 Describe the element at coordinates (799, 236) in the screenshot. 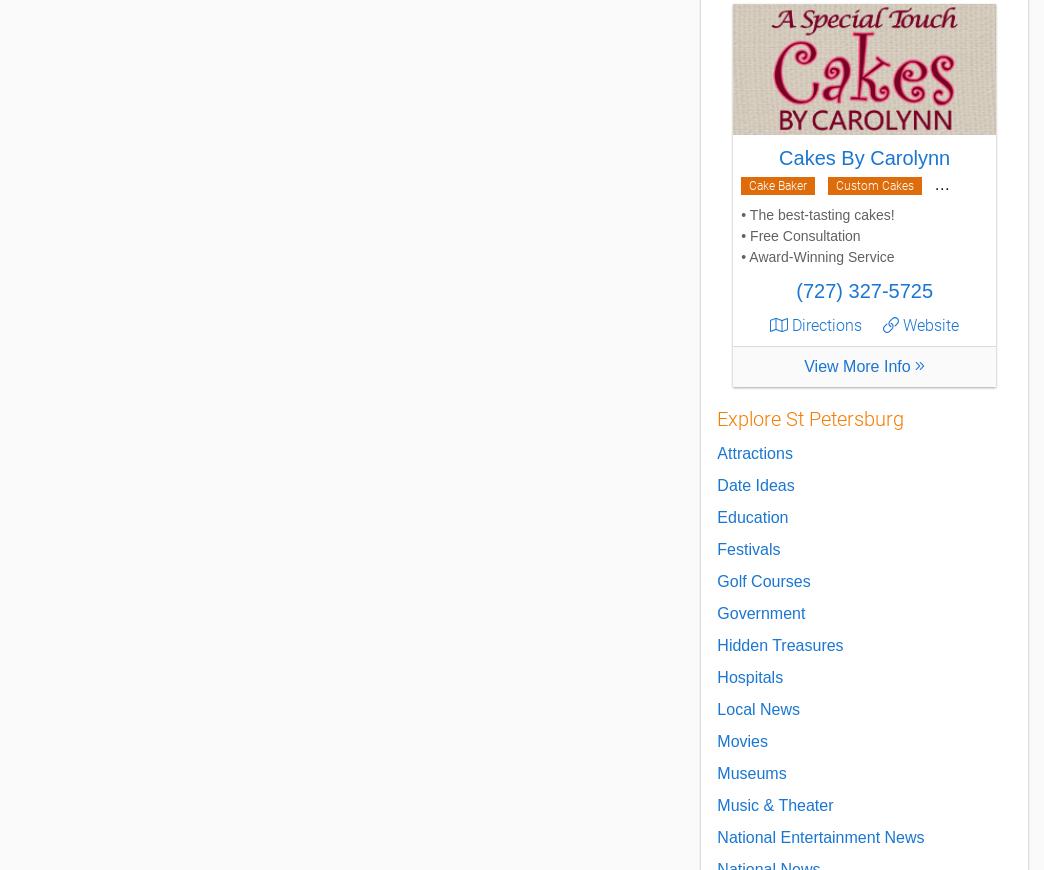

I see `'• Free Consultation'` at that location.